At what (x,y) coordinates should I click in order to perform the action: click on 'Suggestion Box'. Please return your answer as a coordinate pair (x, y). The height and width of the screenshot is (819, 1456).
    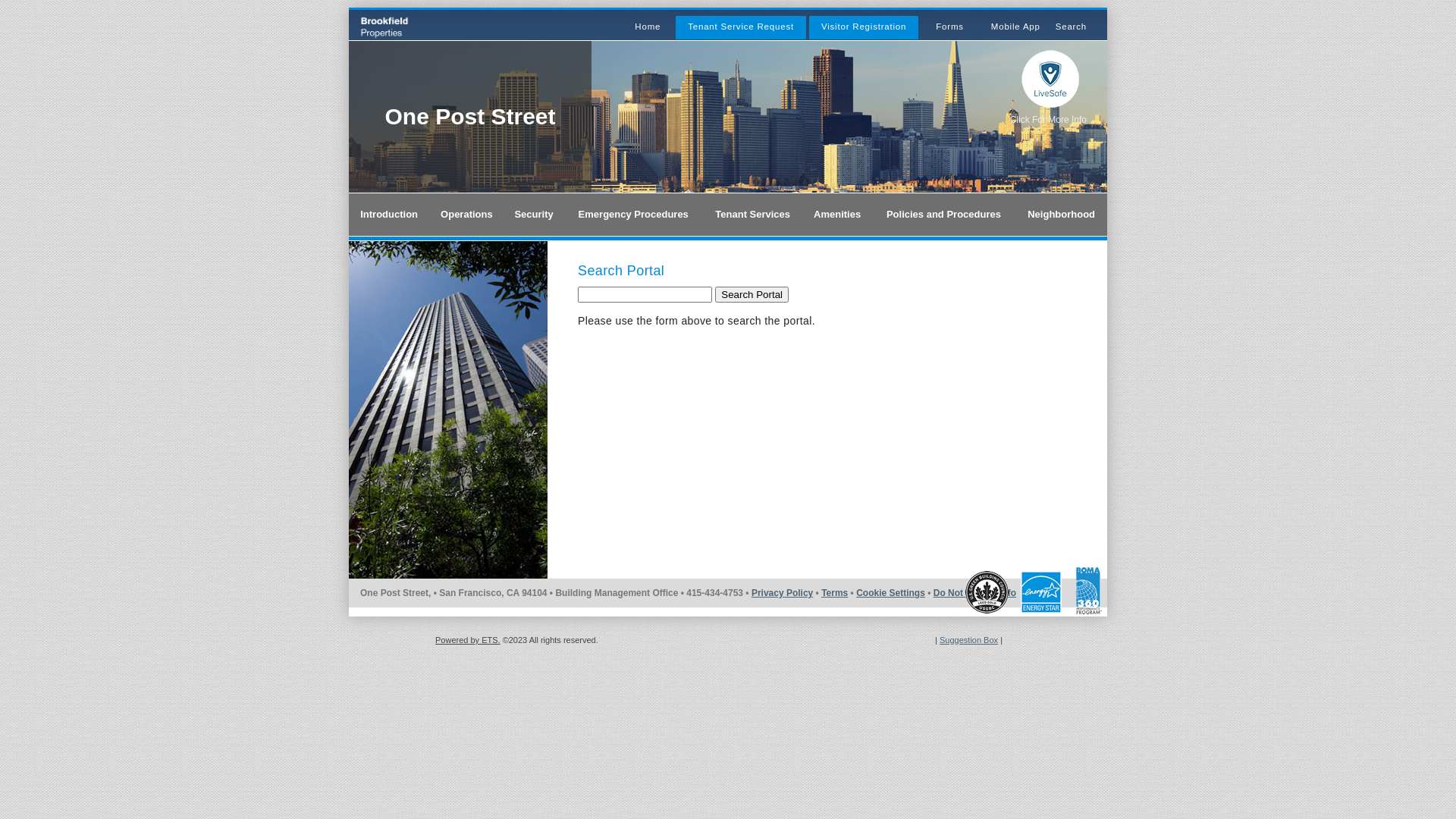
    Looking at the image, I should click on (968, 640).